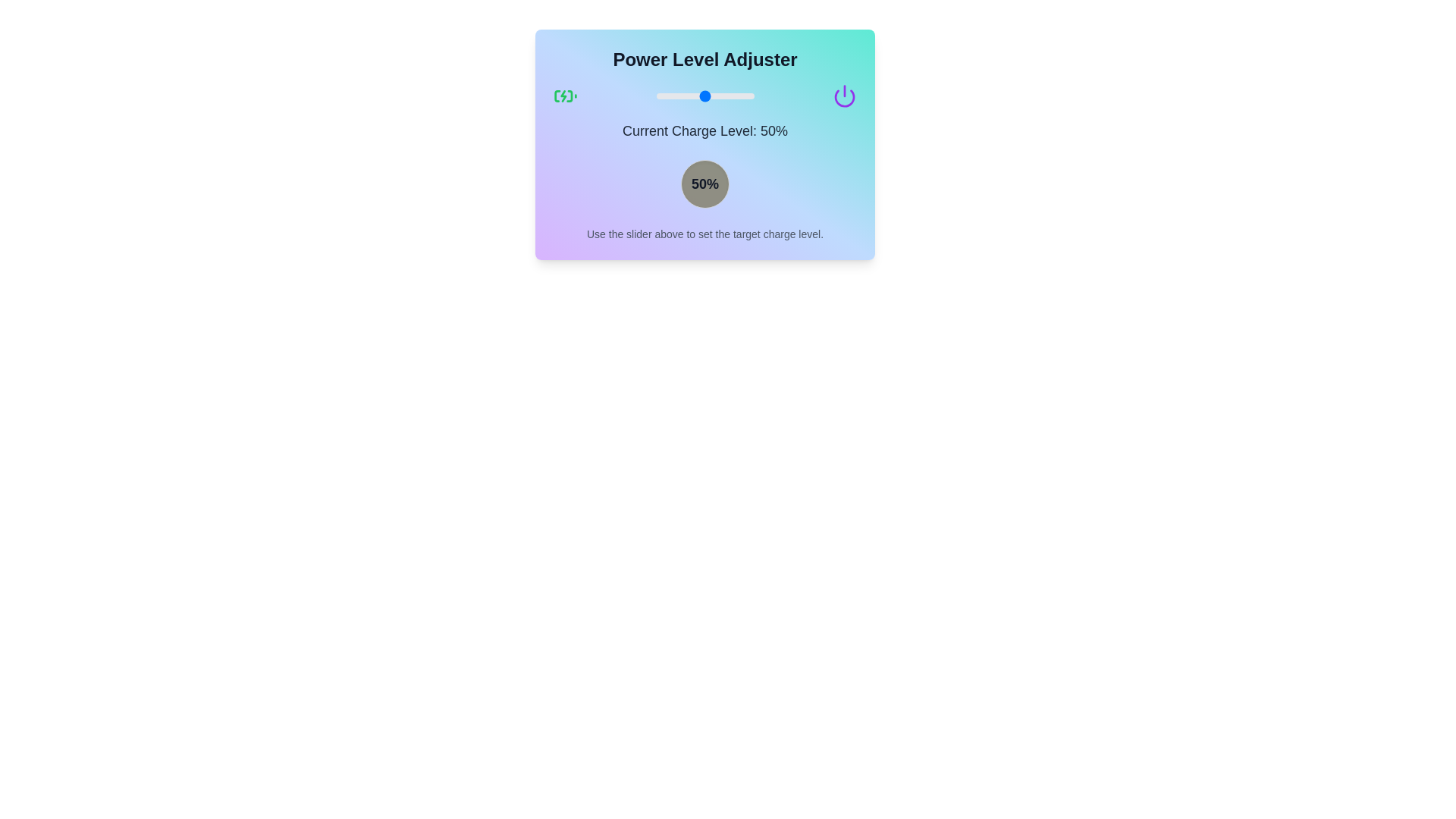 This screenshot has height=819, width=1456. Describe the element at coordinates (710, 96) in the screenshot. I see `the power level` at that location.